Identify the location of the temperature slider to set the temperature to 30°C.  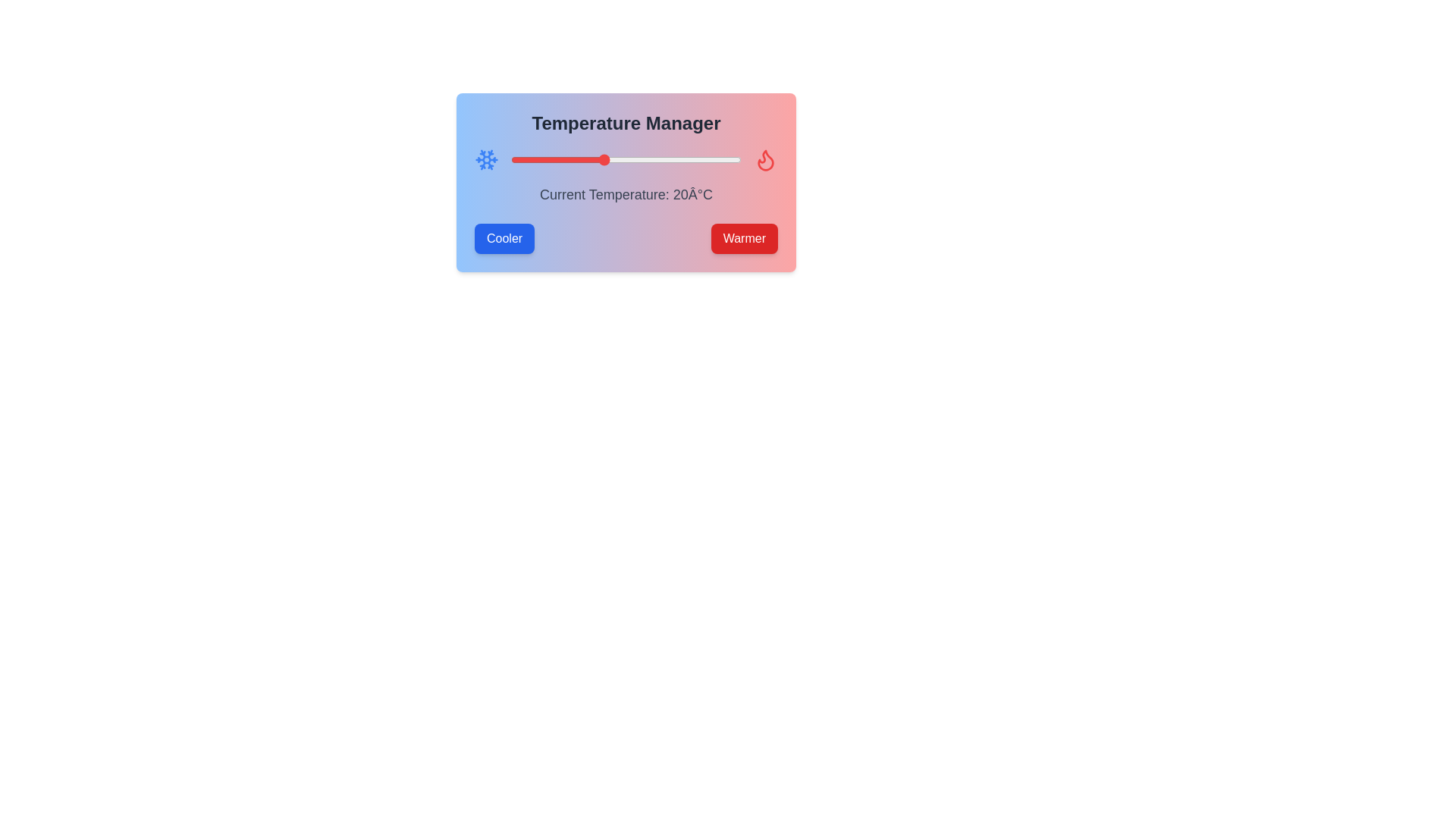
(649, 160).